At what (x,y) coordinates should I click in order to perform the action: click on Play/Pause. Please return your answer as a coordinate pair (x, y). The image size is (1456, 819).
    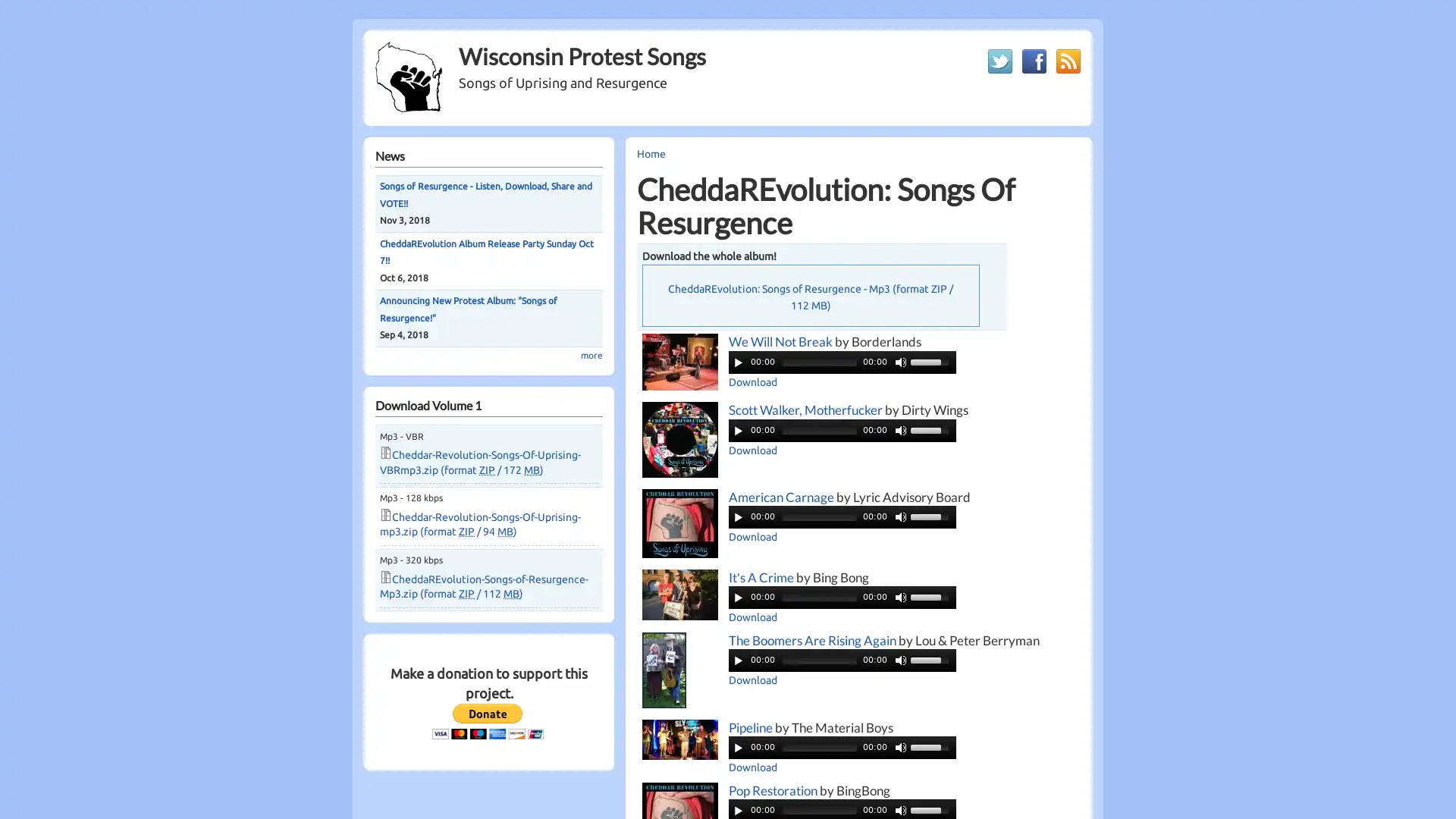
    Looking at the image, I should click on (739, 596).